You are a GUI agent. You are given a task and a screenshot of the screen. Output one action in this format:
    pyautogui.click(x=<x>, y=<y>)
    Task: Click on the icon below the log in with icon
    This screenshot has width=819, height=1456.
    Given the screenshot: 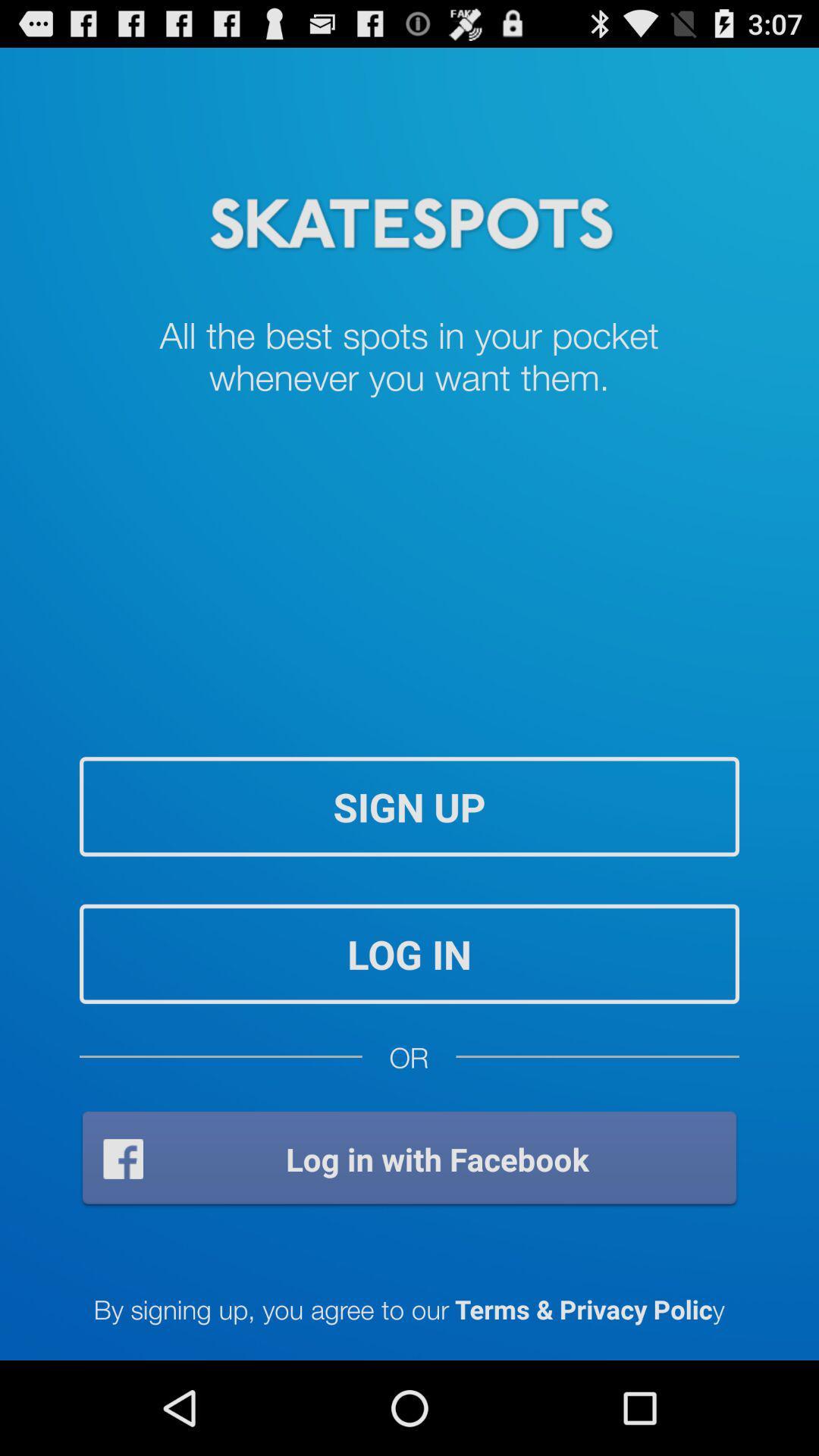 What is the action you would take?
    pyautogui.click(x=408, y=1307)
    